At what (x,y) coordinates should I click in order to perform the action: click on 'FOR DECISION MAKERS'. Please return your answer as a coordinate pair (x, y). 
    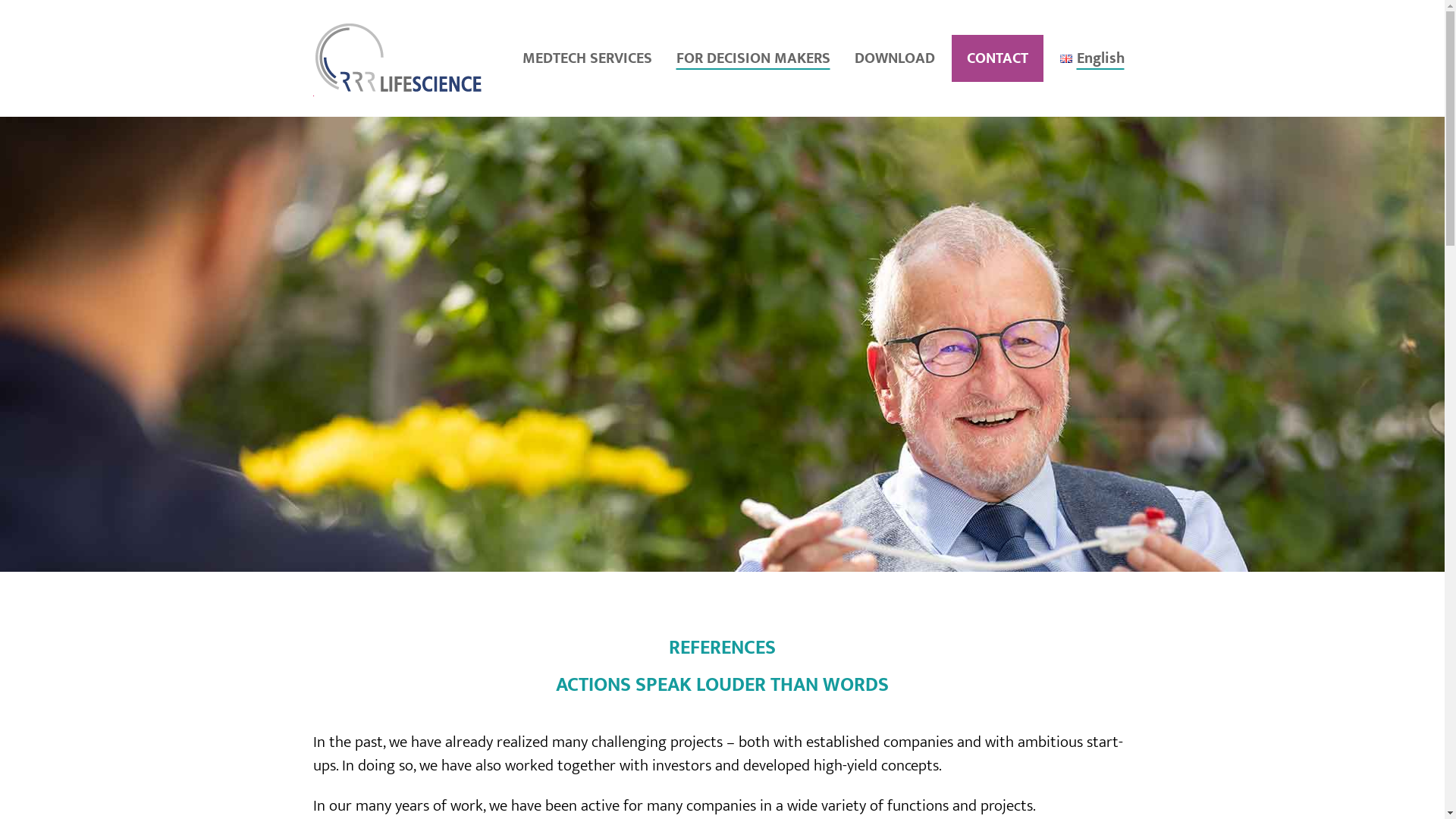
    Looking at the image, I should click on (757, 58).